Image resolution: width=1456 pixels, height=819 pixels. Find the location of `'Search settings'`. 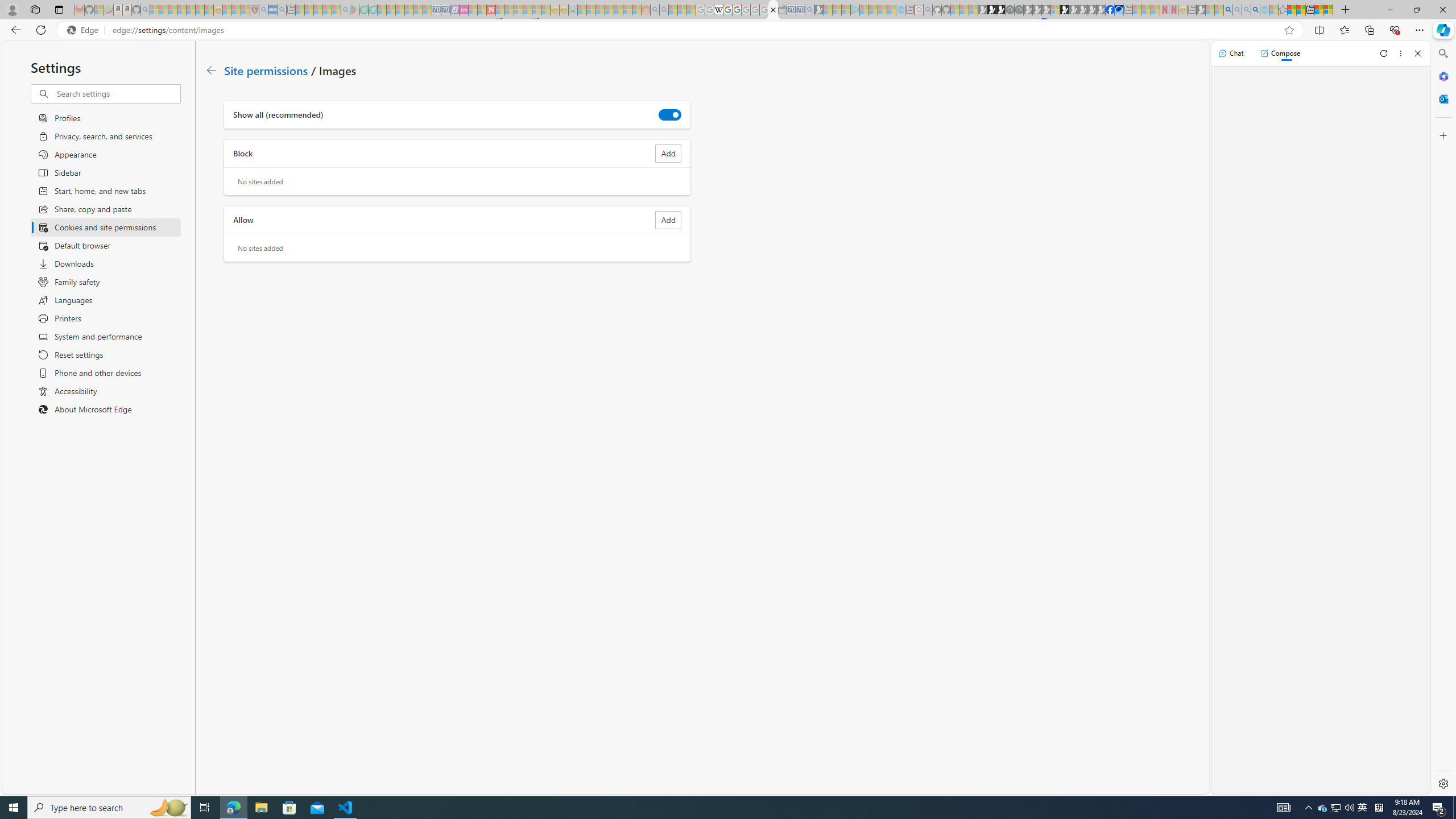

'Search settings' is located at coordinates (118, 93).